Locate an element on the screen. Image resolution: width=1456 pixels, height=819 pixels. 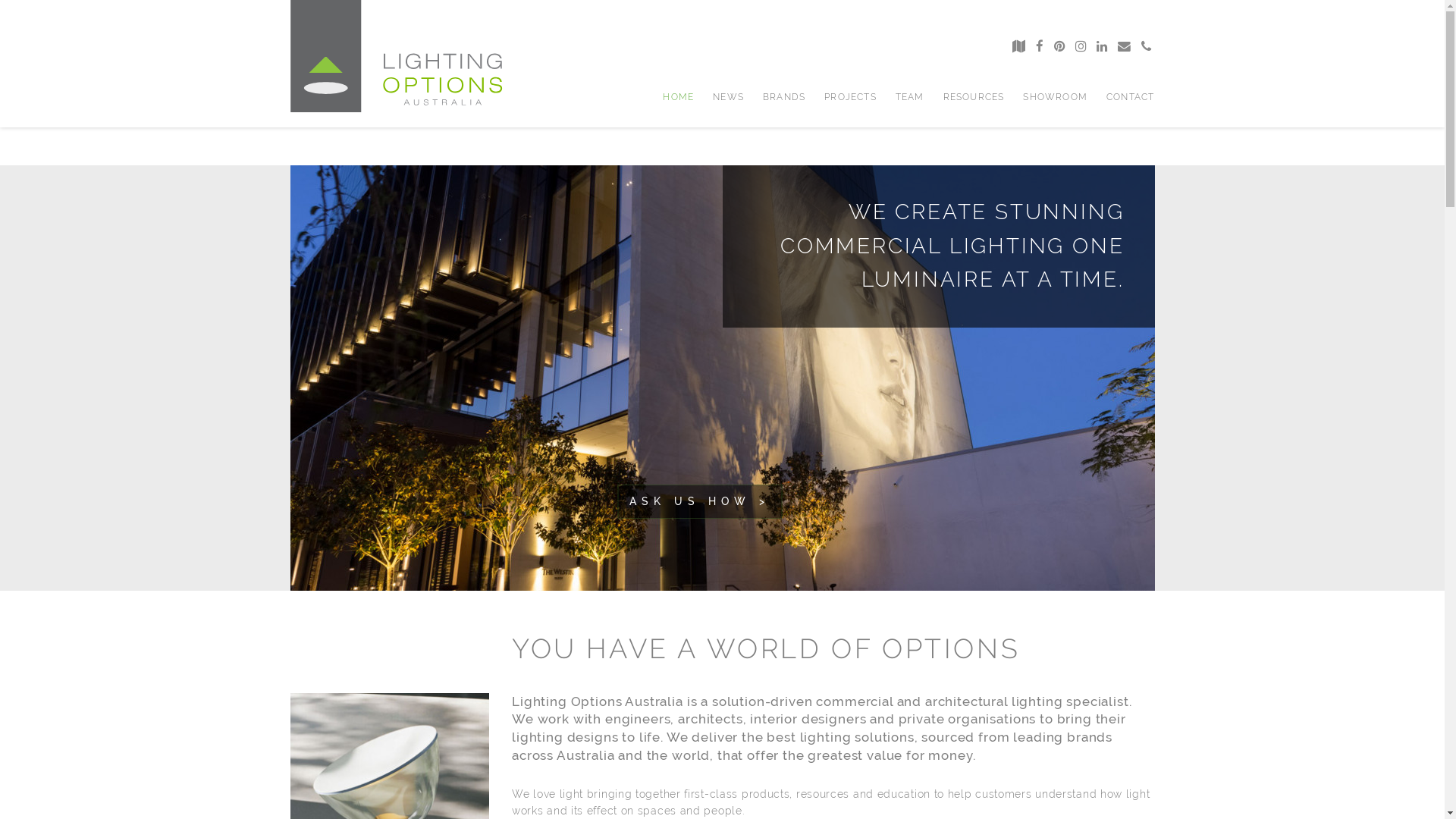
'ASK US HOW >' is located at coordinates (698, 500).